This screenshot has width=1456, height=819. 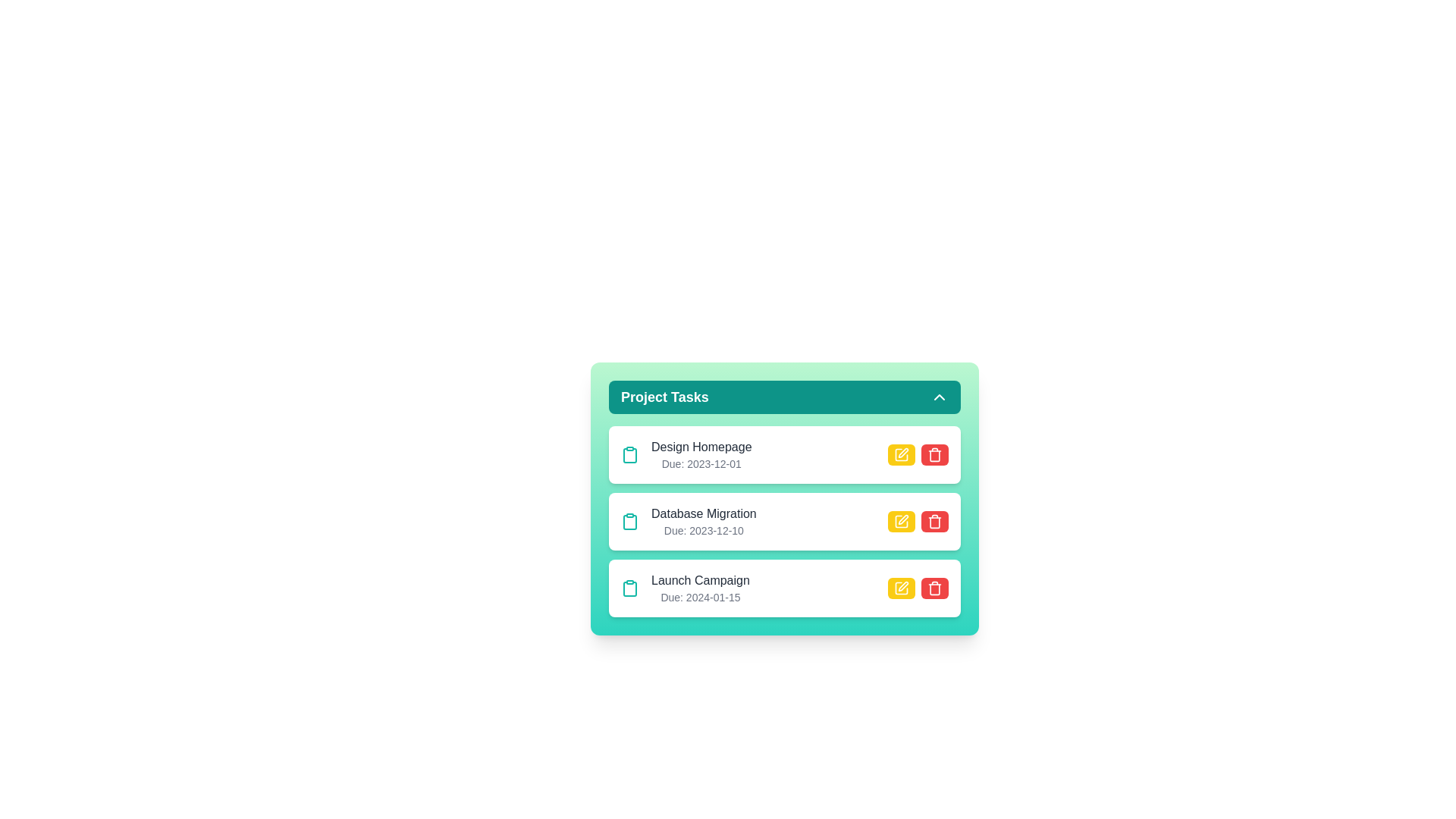 I want to click on the edit button for the task titled 'Design Homepage', so click(x=902, y=454).